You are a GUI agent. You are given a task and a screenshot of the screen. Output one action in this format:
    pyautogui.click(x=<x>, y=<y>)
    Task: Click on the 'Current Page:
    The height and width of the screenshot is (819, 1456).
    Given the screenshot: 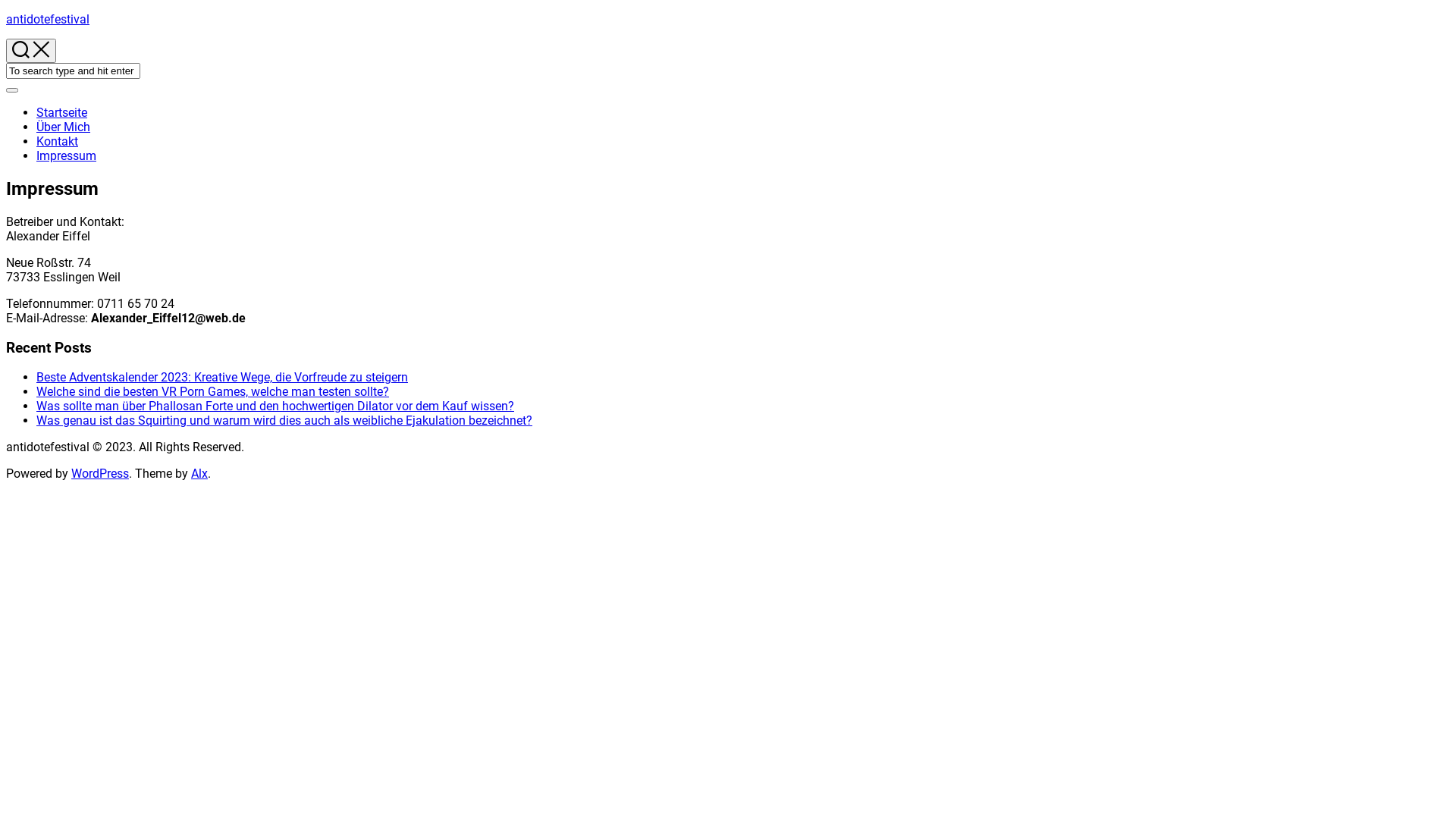 What is the action you would take?
    pyautogui.click(x=36, y=155)
    